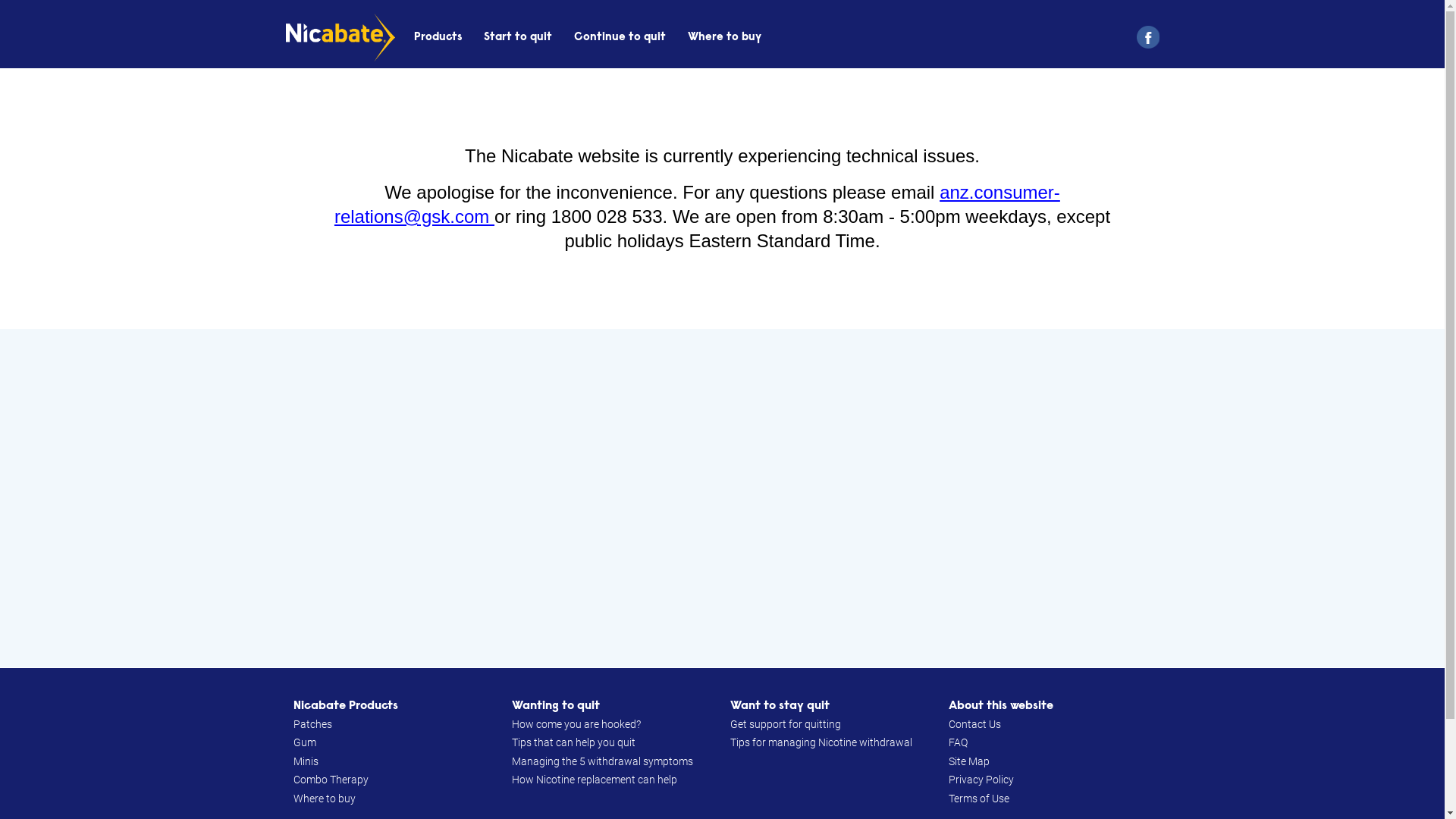 The height and width of the screenshot is (819, 1456). What do you see at coordinates (510, 705) in the screenshot?
I see `'Wanting to quit'` at bounding box center [510, 705].